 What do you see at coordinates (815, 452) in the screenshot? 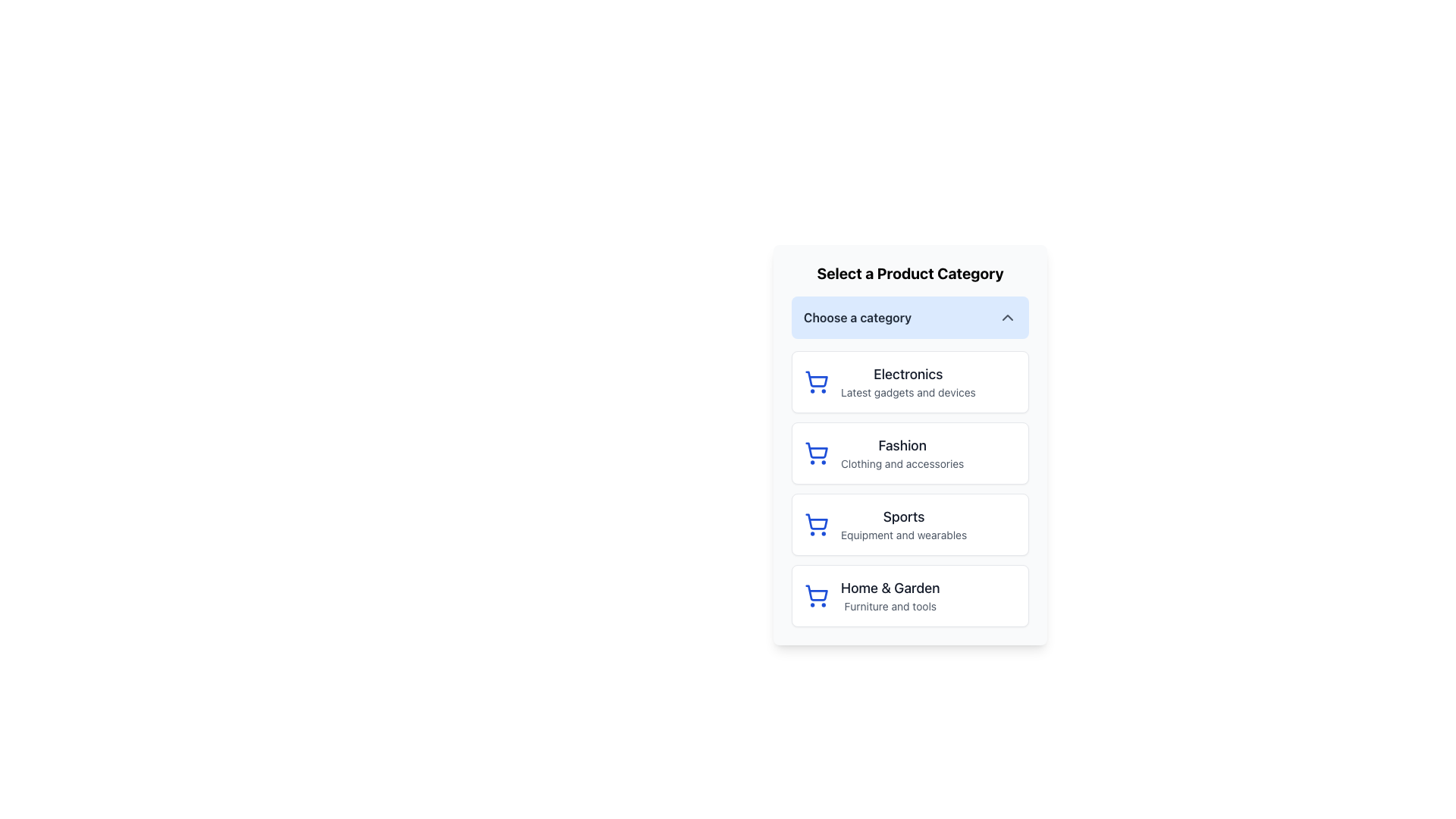
I see `the cart icon that visually represents the 'Fashion' category, located in the second row of the category list, to the left of the 'Fashion' heading` at bounding box center [815, 452].